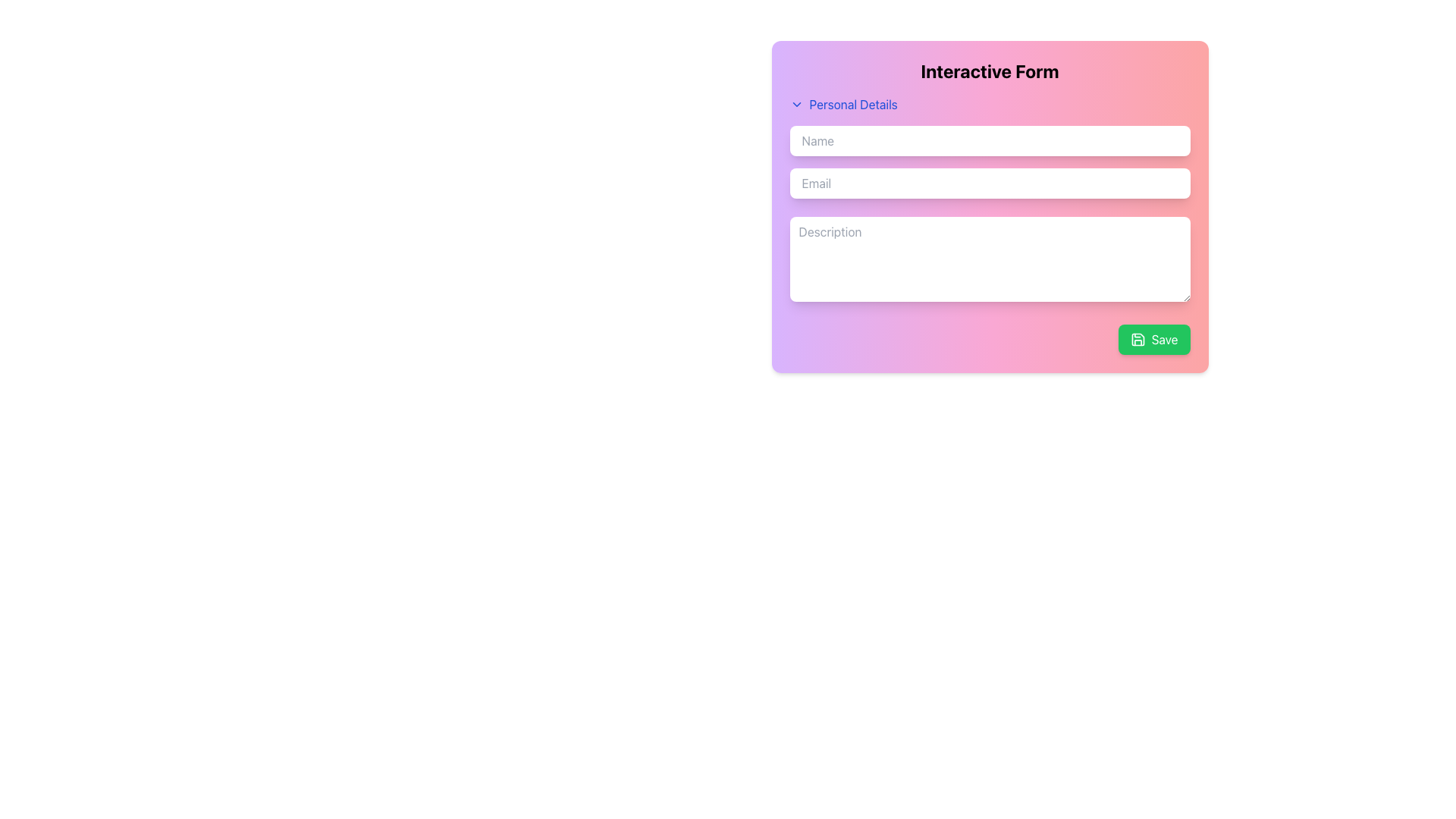  Describe the element at coordinates (1153, 338) in the screenshot. I see `the save/submit button located in the bottom-right corner of the card-like form interface` at that location.